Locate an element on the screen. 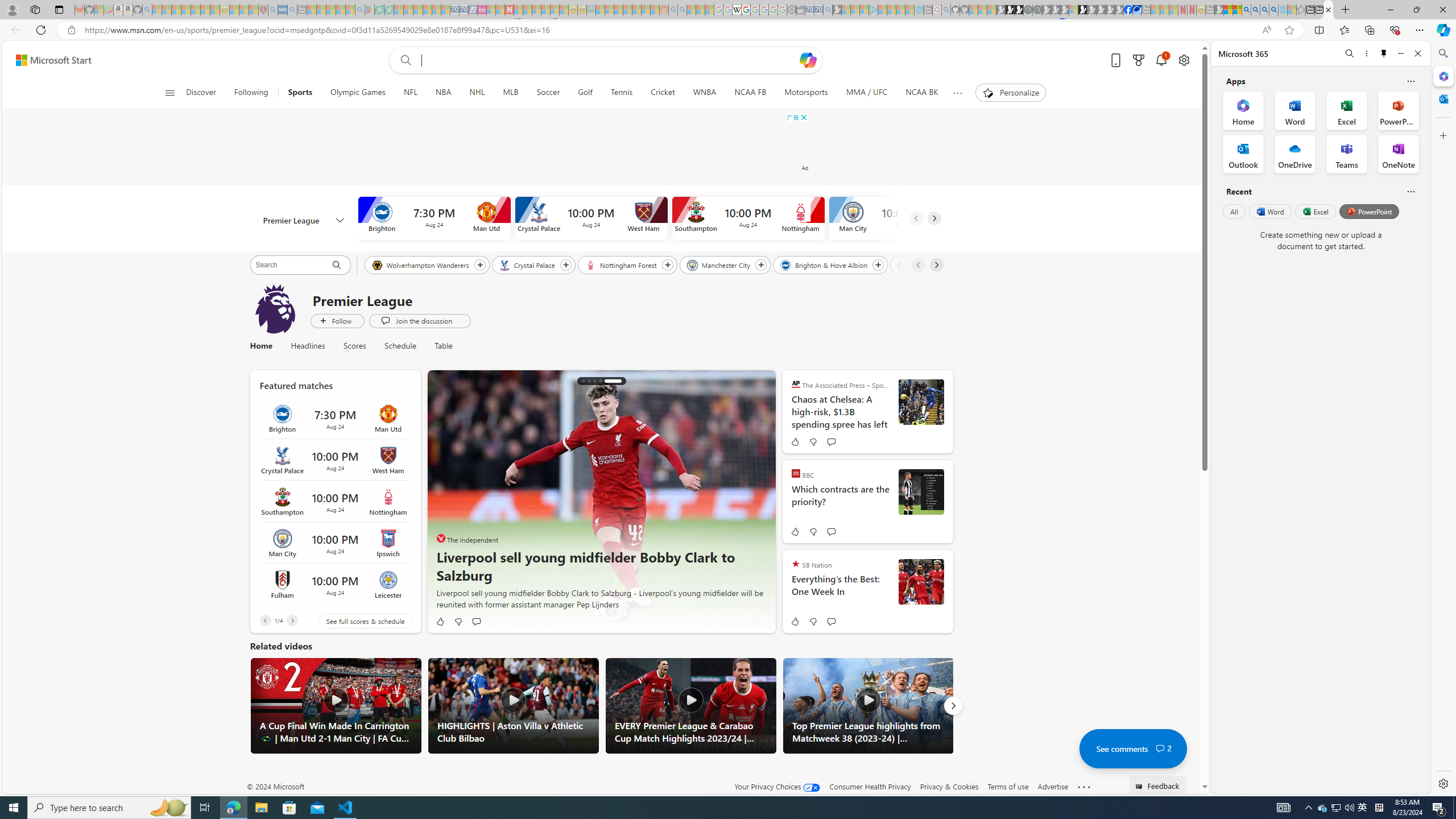 The image size is (1456, 819). 'Schedule' is located at coordinates (400, 346).